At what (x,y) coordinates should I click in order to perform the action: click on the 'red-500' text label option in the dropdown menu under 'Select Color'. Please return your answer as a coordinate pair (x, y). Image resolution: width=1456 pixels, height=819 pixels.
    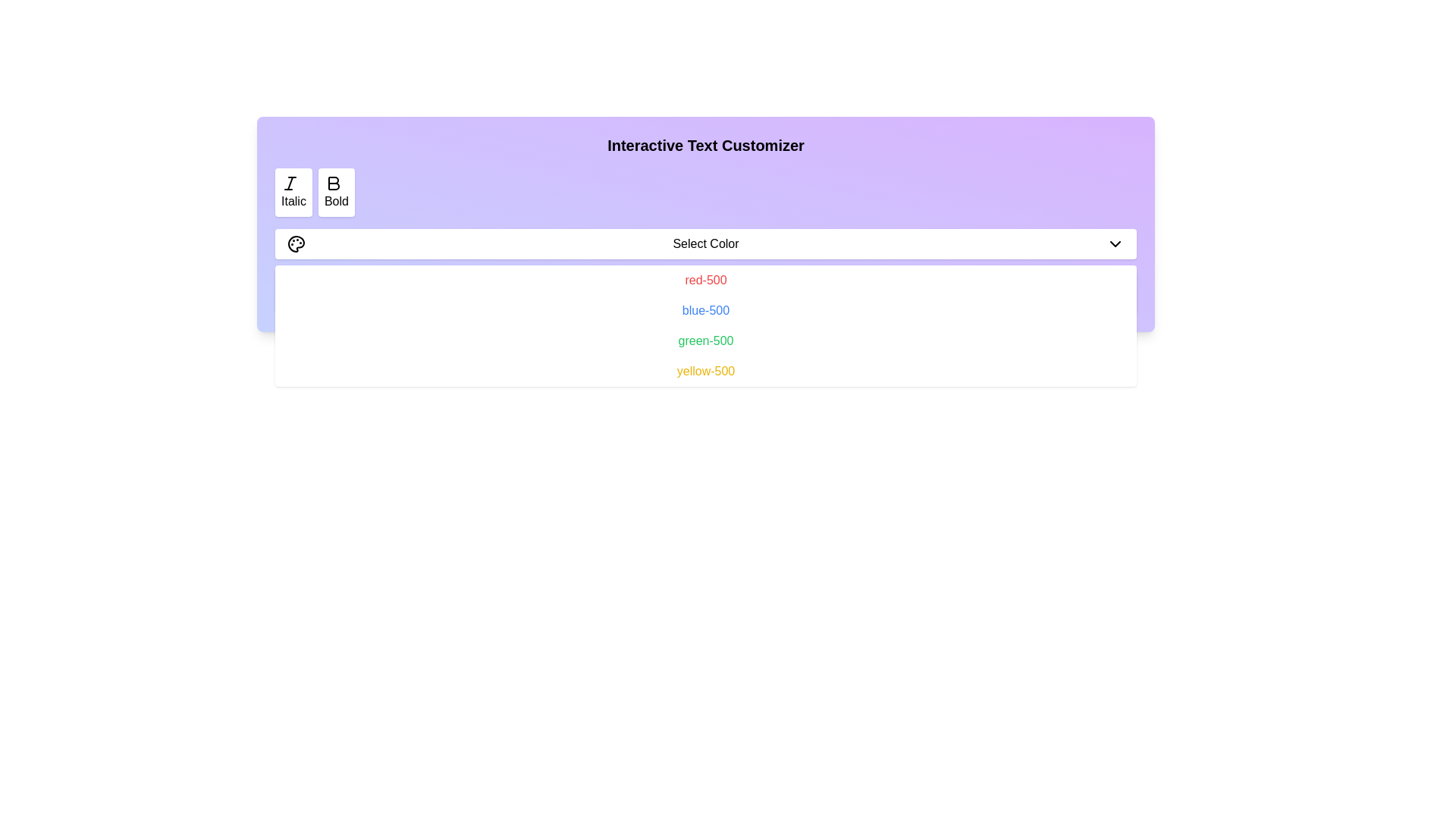
    Looking at the image, I should click on (705, 280).